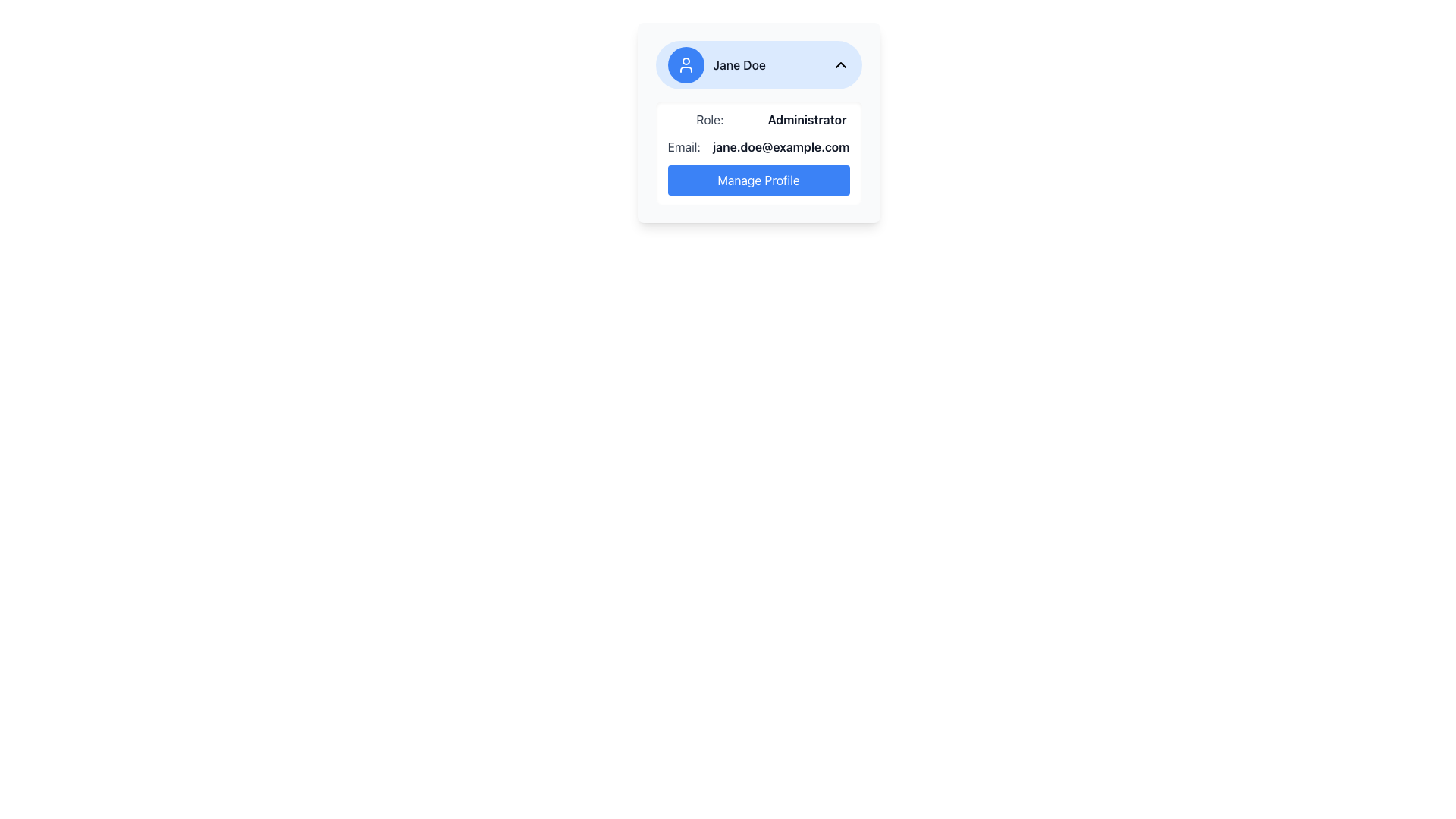  I want to click on the circular user profile icon located, so click(685, 64).